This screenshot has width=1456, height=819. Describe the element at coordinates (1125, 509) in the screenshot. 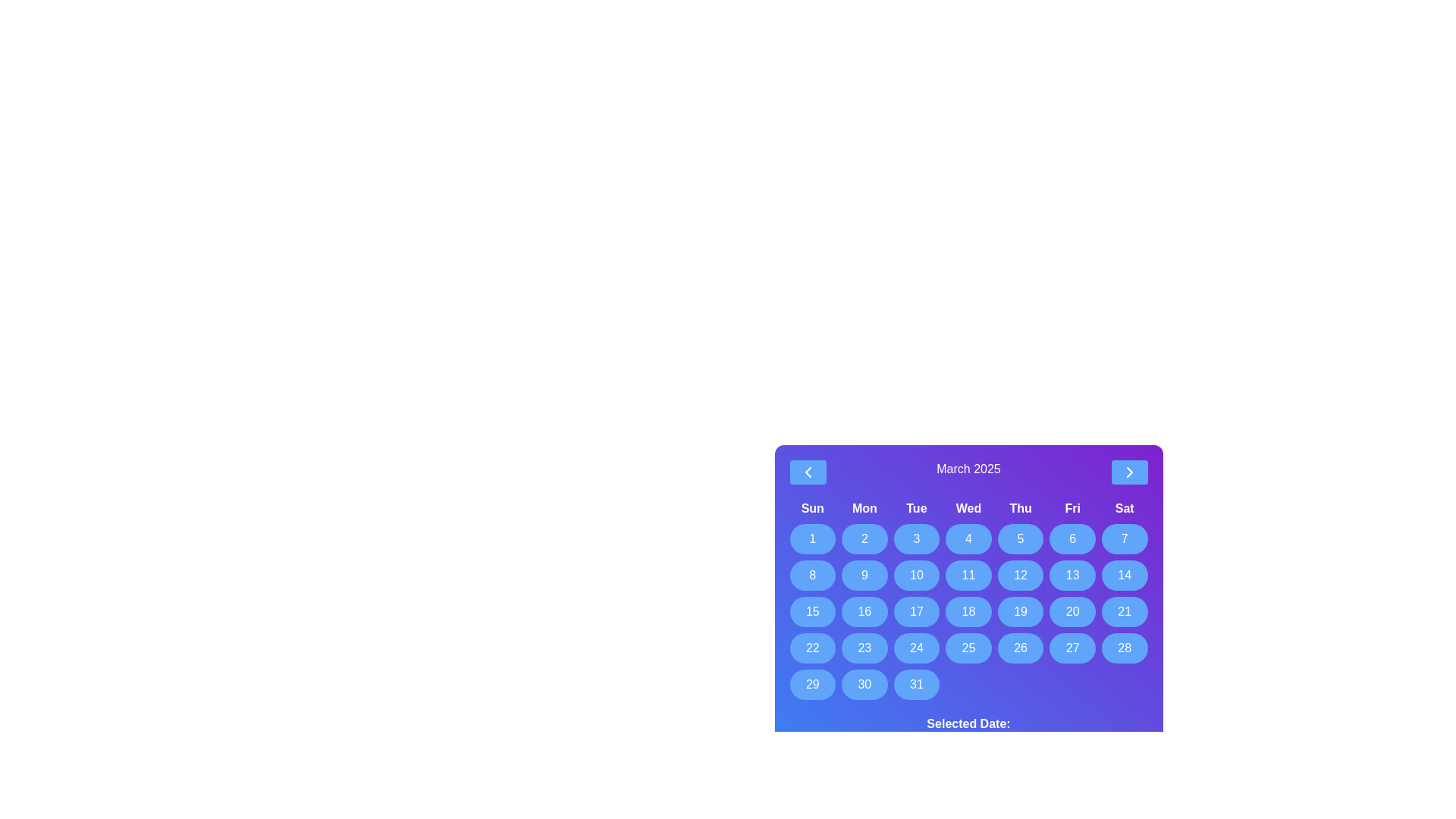

I see `the static label displaying 'Sat' in bold, which is the last item in the horizontal sequence of day names in the calendar header` at that location.